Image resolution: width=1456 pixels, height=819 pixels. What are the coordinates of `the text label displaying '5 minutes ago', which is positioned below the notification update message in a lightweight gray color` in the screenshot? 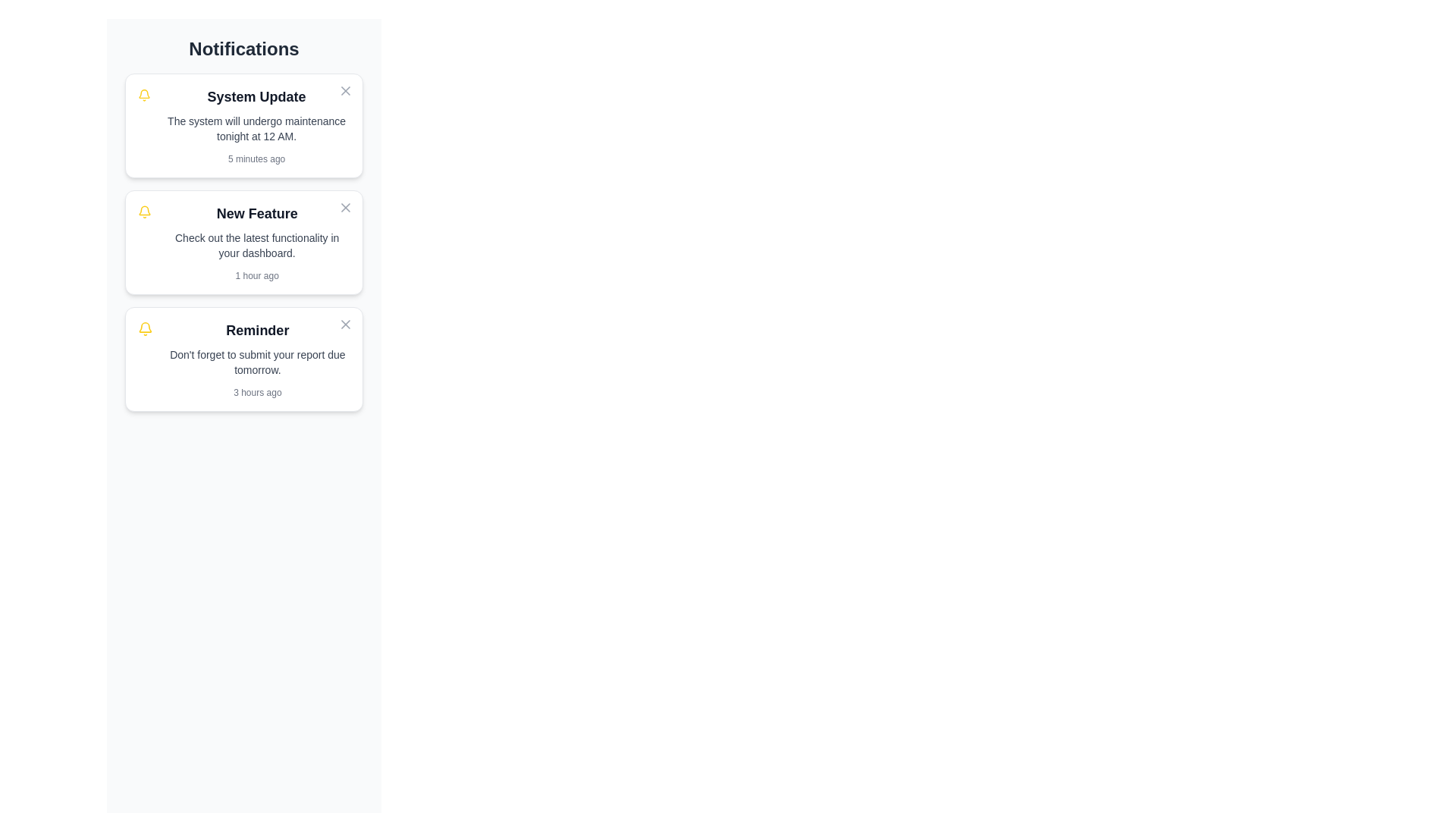 It's located at (256, 158).